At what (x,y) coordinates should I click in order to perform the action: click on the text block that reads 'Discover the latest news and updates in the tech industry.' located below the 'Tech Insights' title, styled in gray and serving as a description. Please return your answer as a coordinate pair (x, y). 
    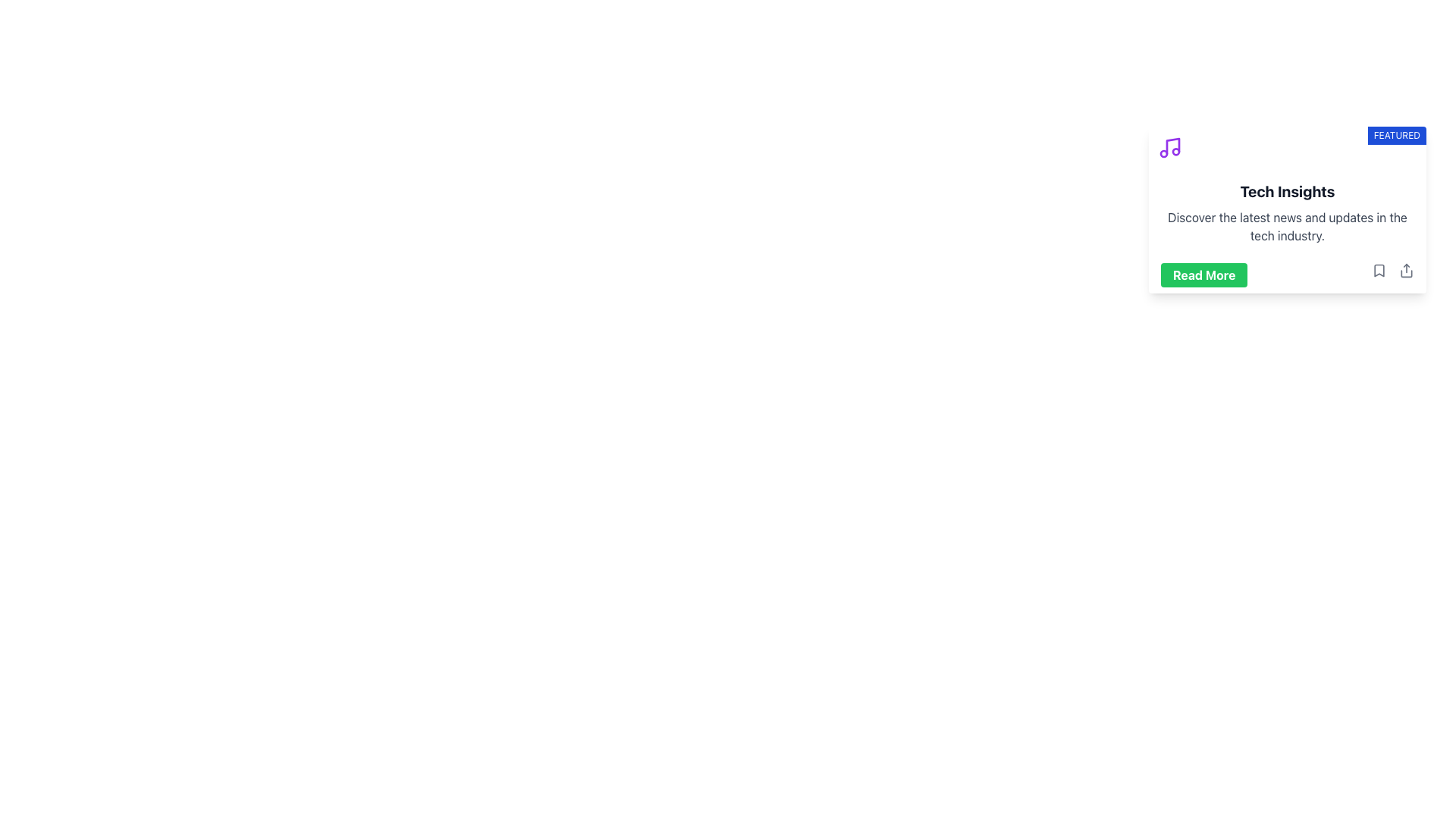
    Looking at the image, I should click on (1287, 227).